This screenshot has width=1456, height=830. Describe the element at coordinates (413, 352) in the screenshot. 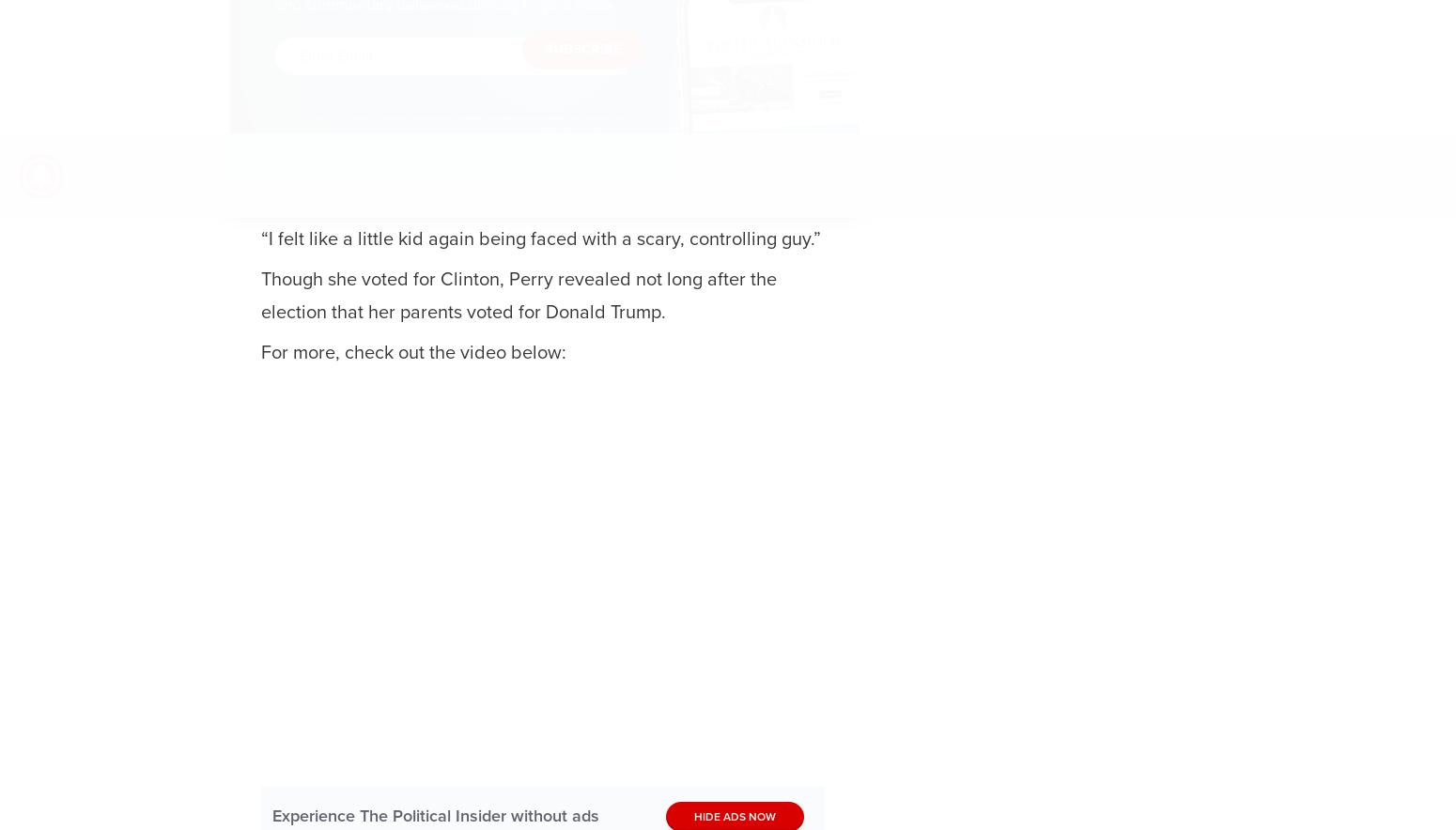

I see `'For more, check out the video below:'` at that location.